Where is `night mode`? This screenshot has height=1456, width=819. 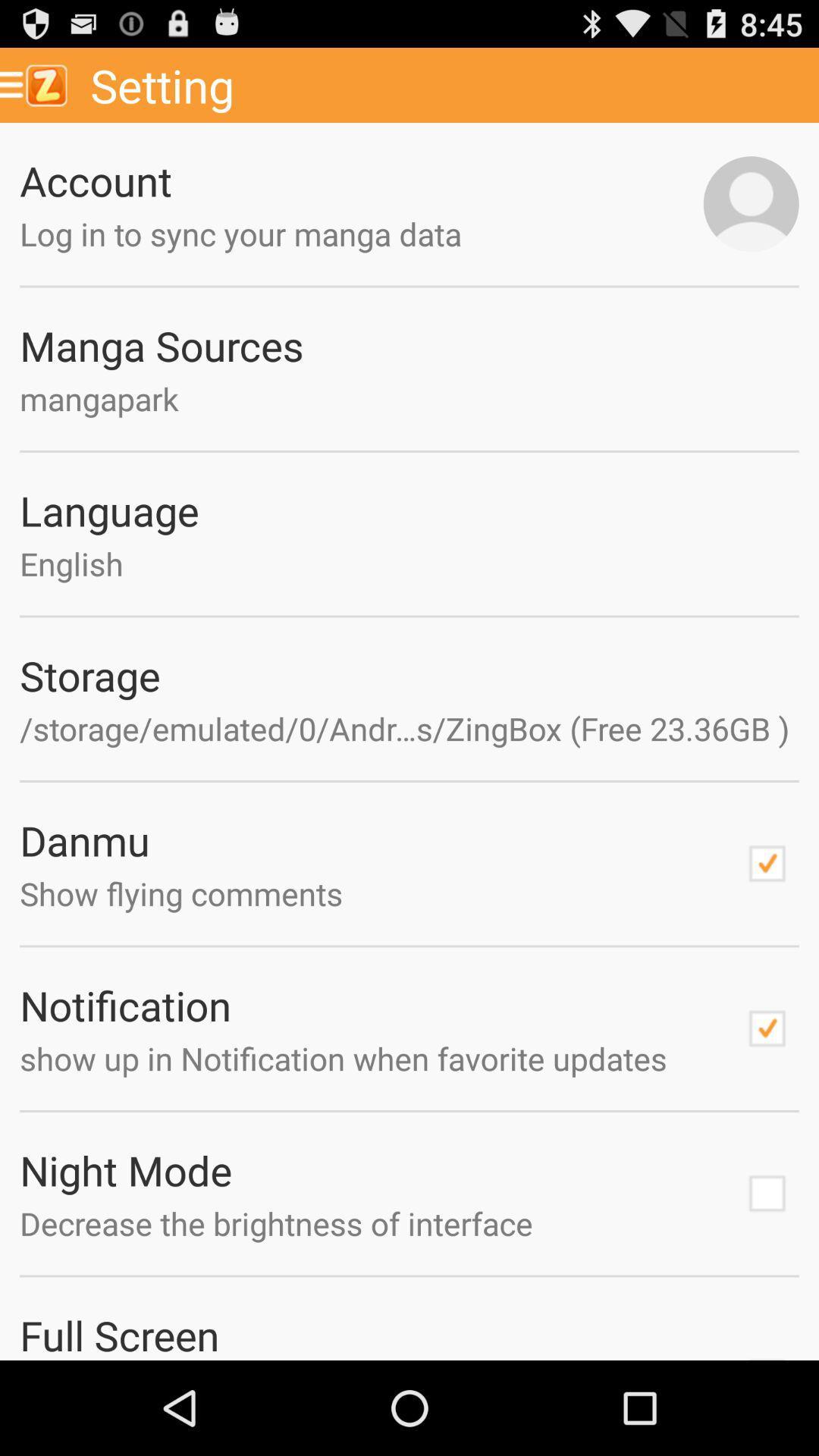
night mode is located at coordinates (767, 1193).